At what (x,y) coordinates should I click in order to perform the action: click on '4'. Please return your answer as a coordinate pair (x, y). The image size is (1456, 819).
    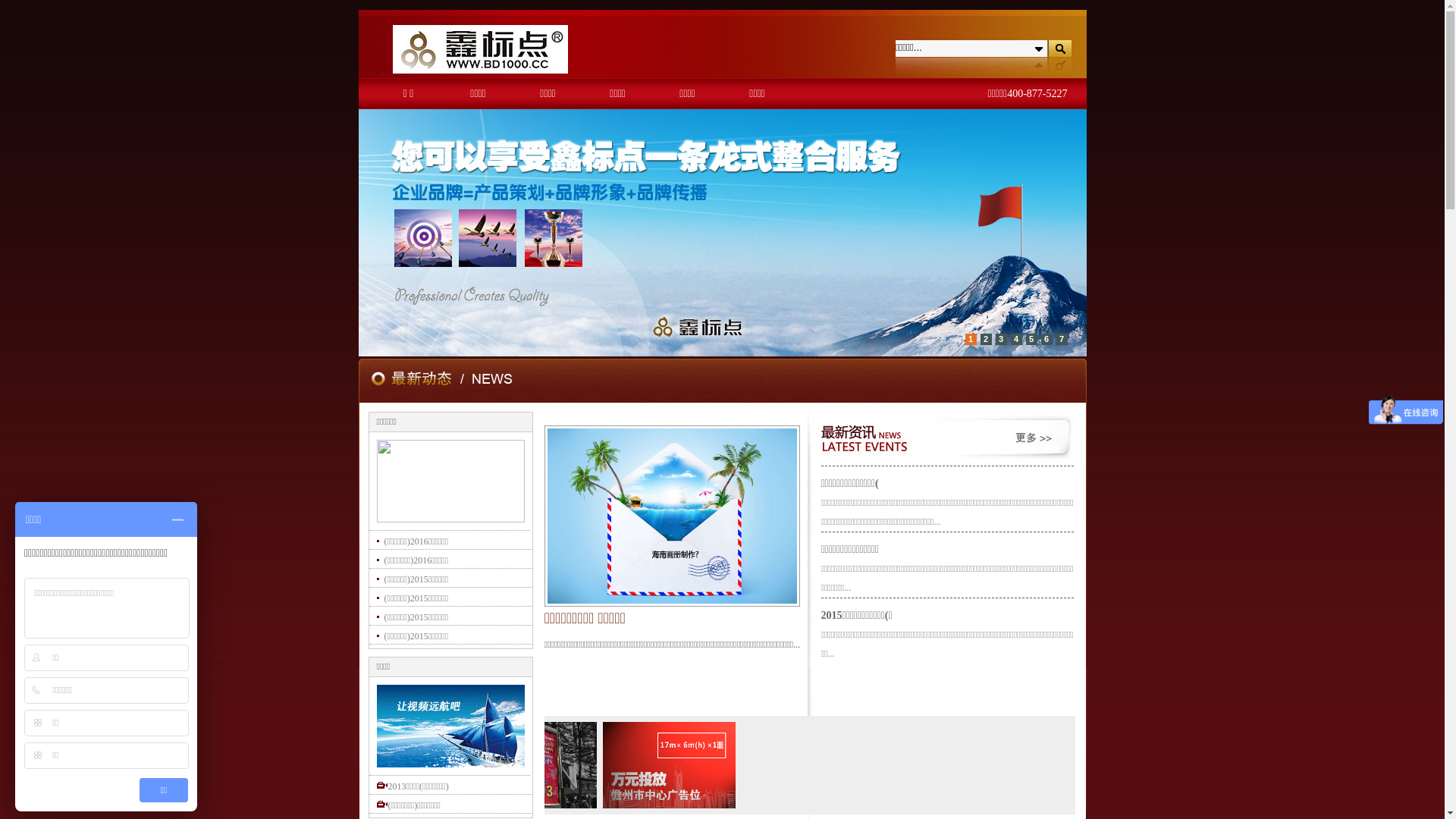
    Looking at the image, I should click on (1015, 338).